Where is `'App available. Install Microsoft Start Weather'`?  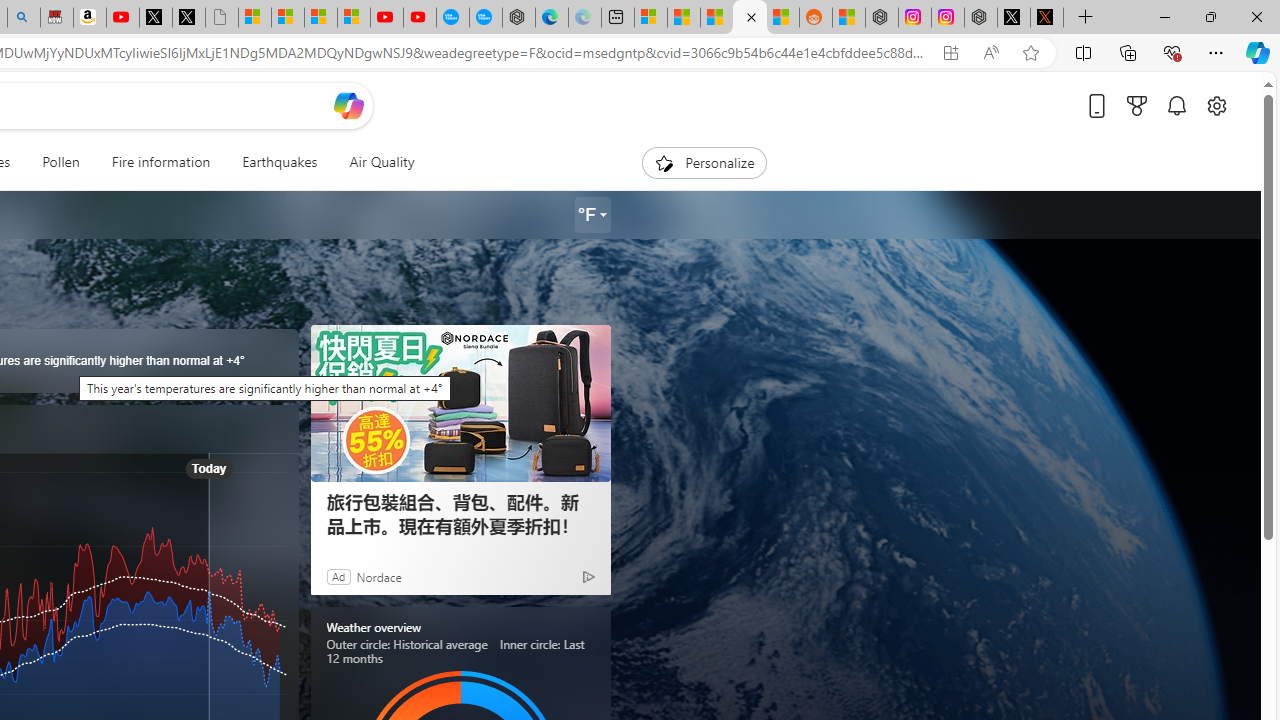 'App available. Install Microsoft Start Weather' is located at coordinates (950, 52).